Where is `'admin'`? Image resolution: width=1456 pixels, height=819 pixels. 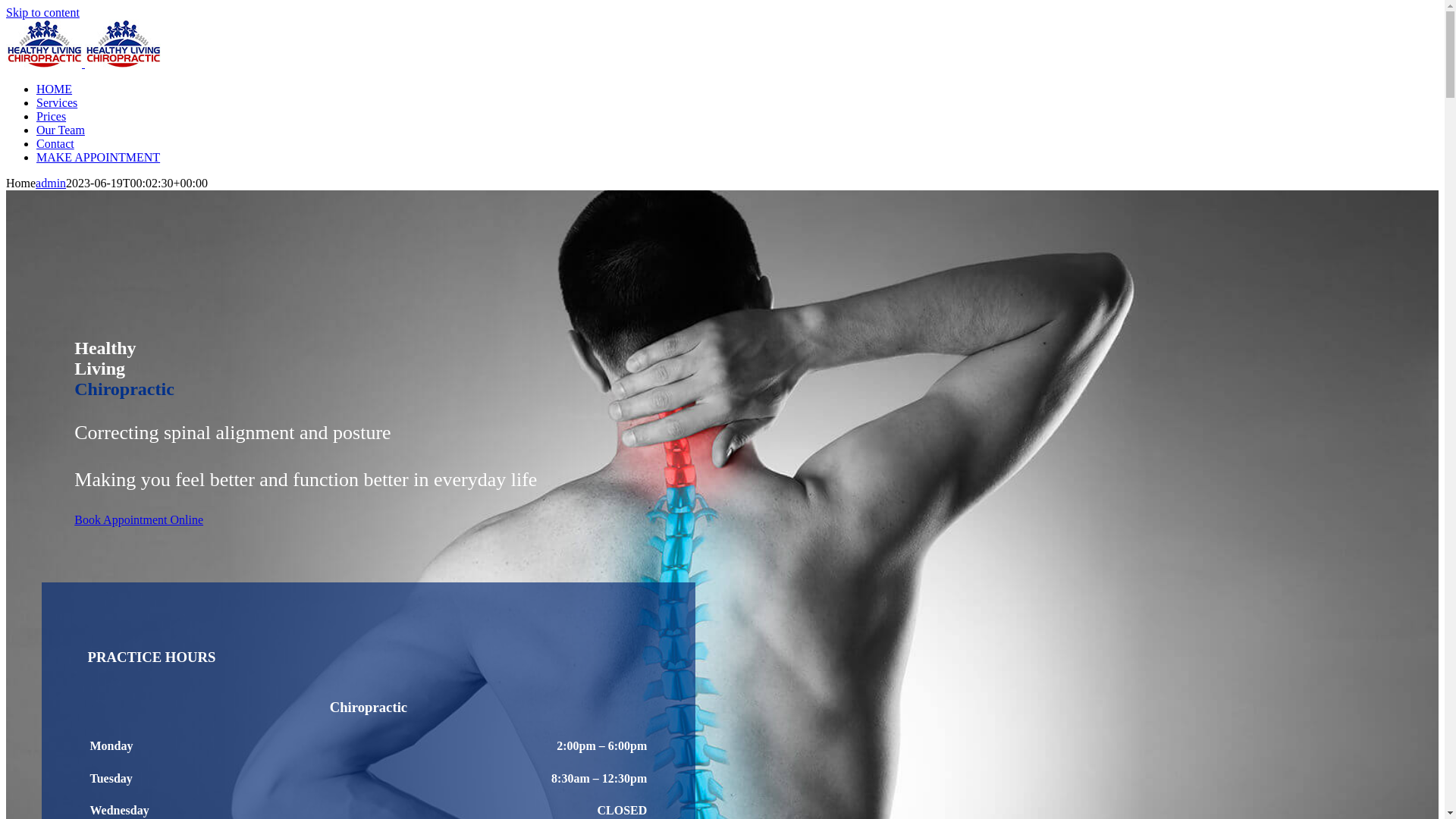
'admin' is located at coordinates (51, 182).